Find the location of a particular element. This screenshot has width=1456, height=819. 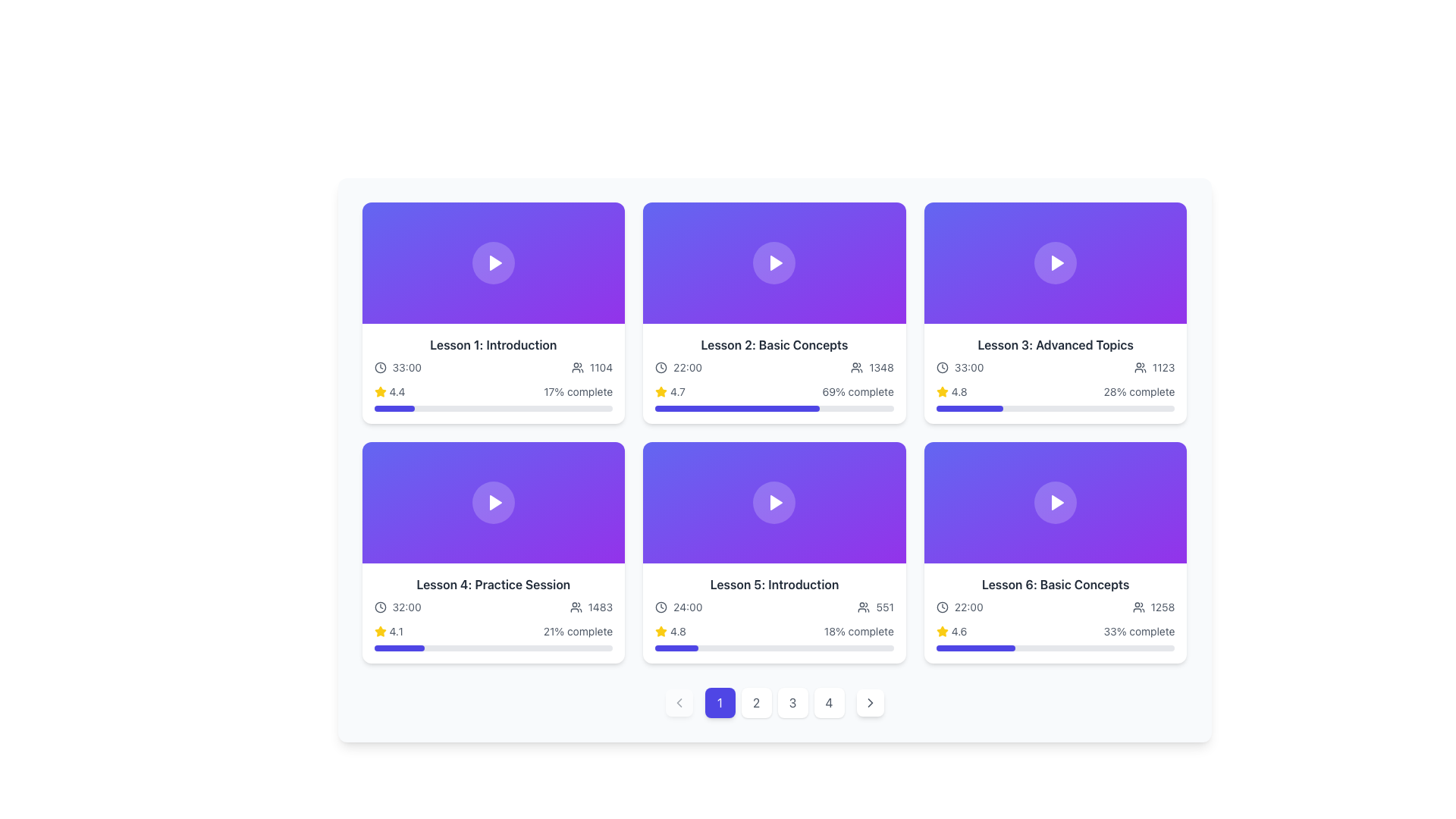

the horizontal progress bar located in the third card from the left in the top row, beneath the text '28% complete' associated with 'Lesson 3: Advanced Topics' is located at coordinates (1055, 408).